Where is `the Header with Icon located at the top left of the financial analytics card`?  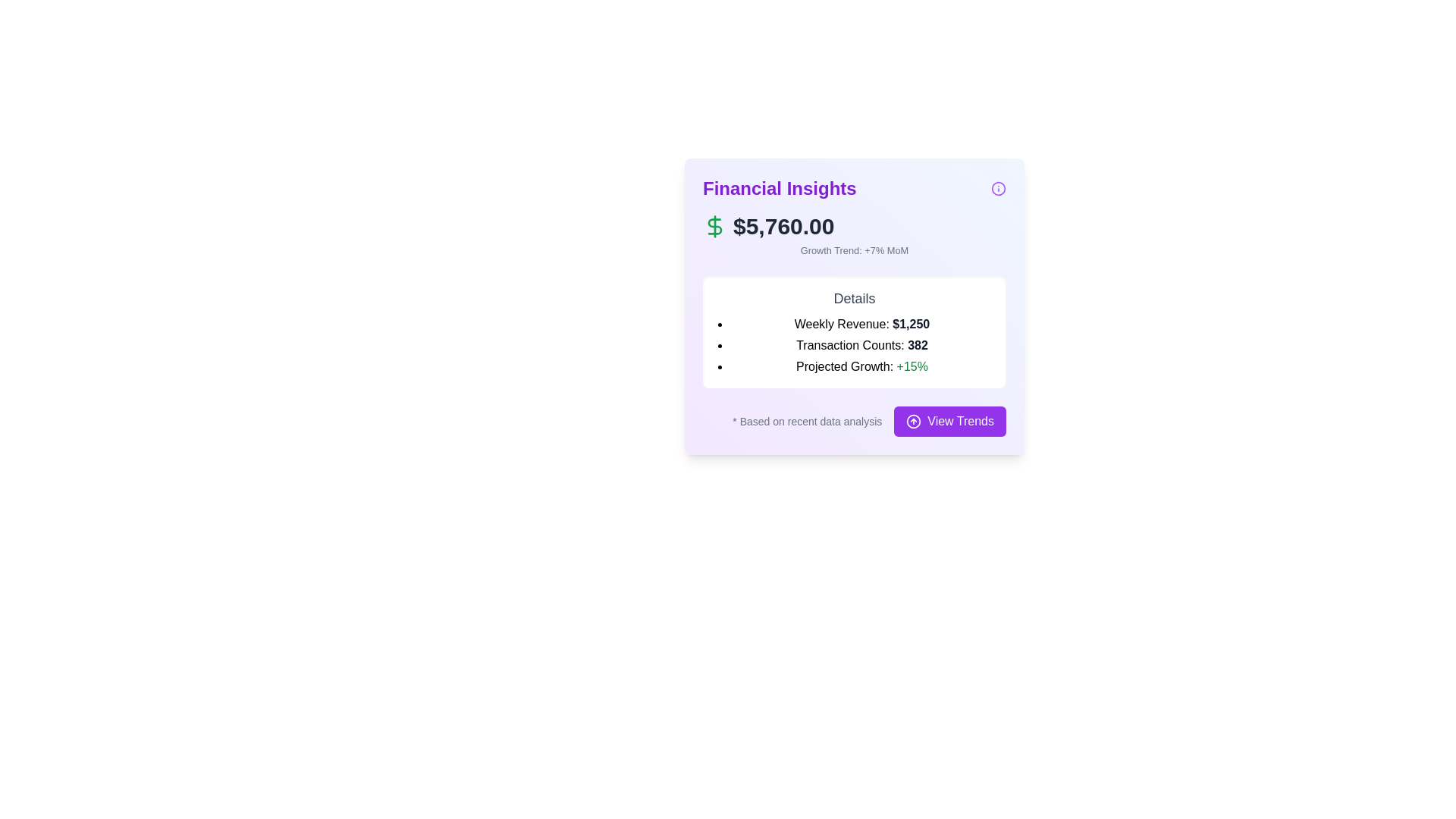
the Header with Icon located at the top left of the financial analytics card is located at coordinates (855, 188).